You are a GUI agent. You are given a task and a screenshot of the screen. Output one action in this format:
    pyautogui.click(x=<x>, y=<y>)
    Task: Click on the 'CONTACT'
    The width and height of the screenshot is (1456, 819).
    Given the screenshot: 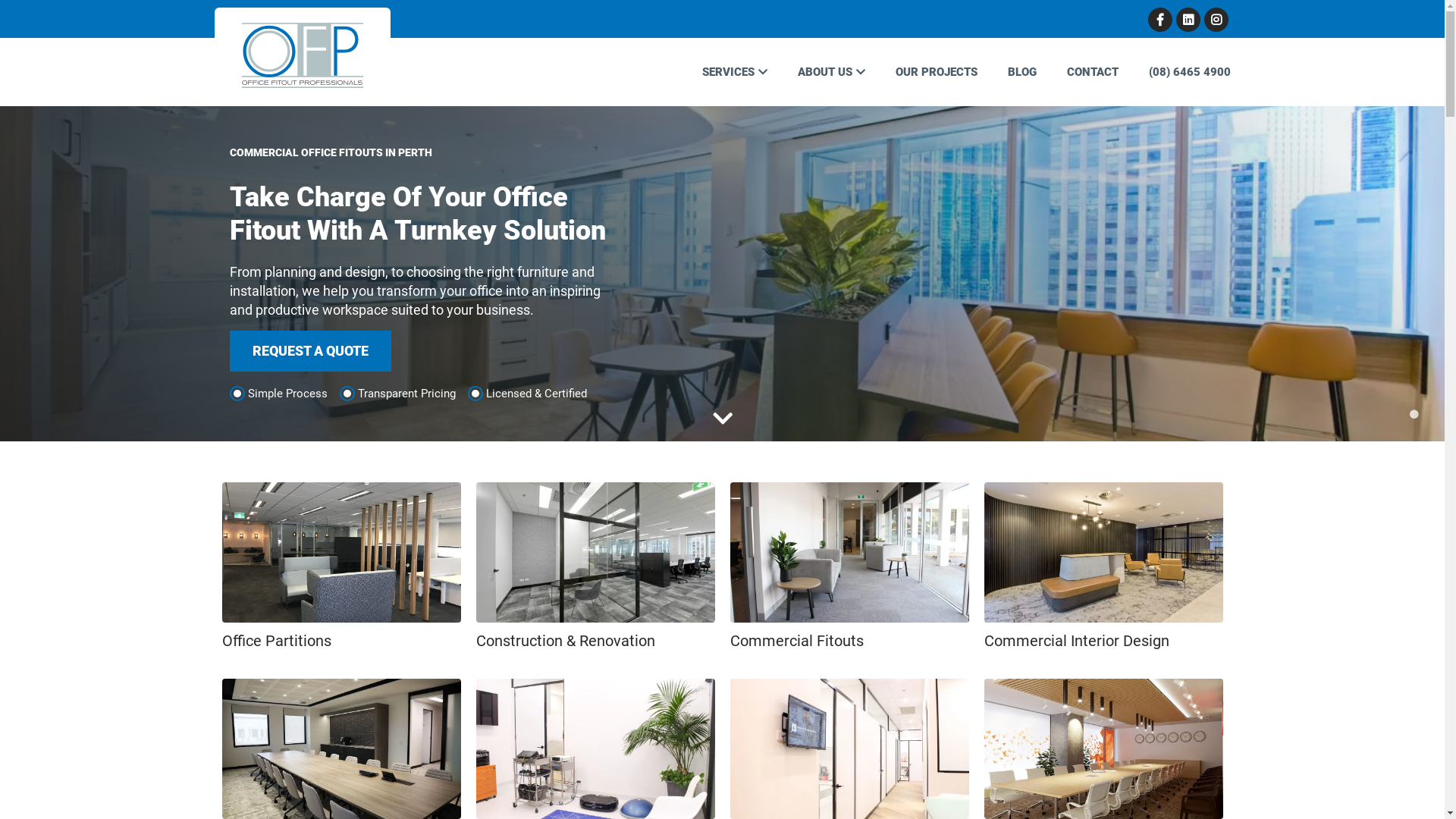 What is the action you would take?
    pyautogui.click(x=1050, y=72)
    